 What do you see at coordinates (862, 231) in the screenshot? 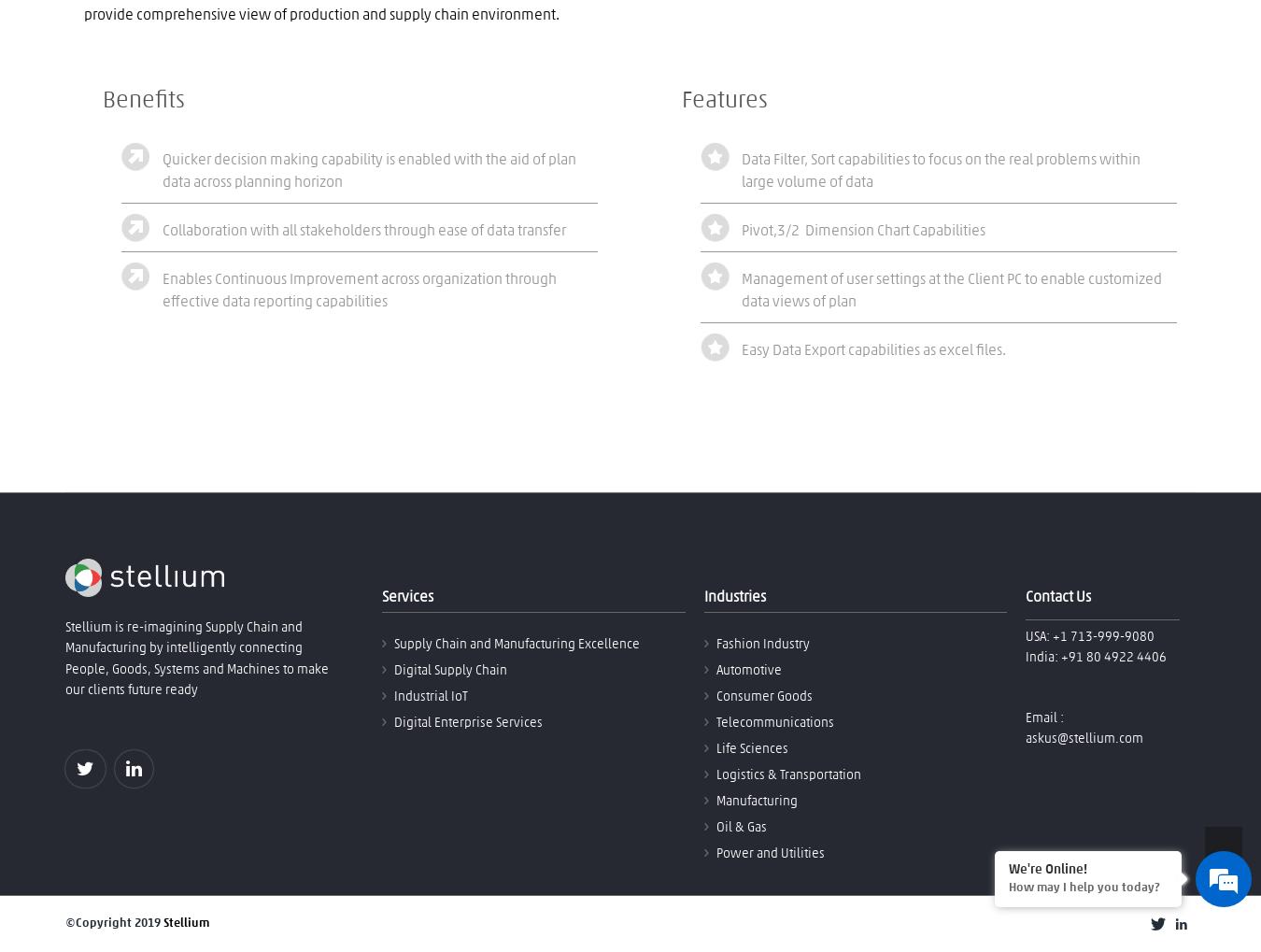
I see `'Pivot,3/2  Dimension Chart Capabilities'` at bounding box center [862, 231].